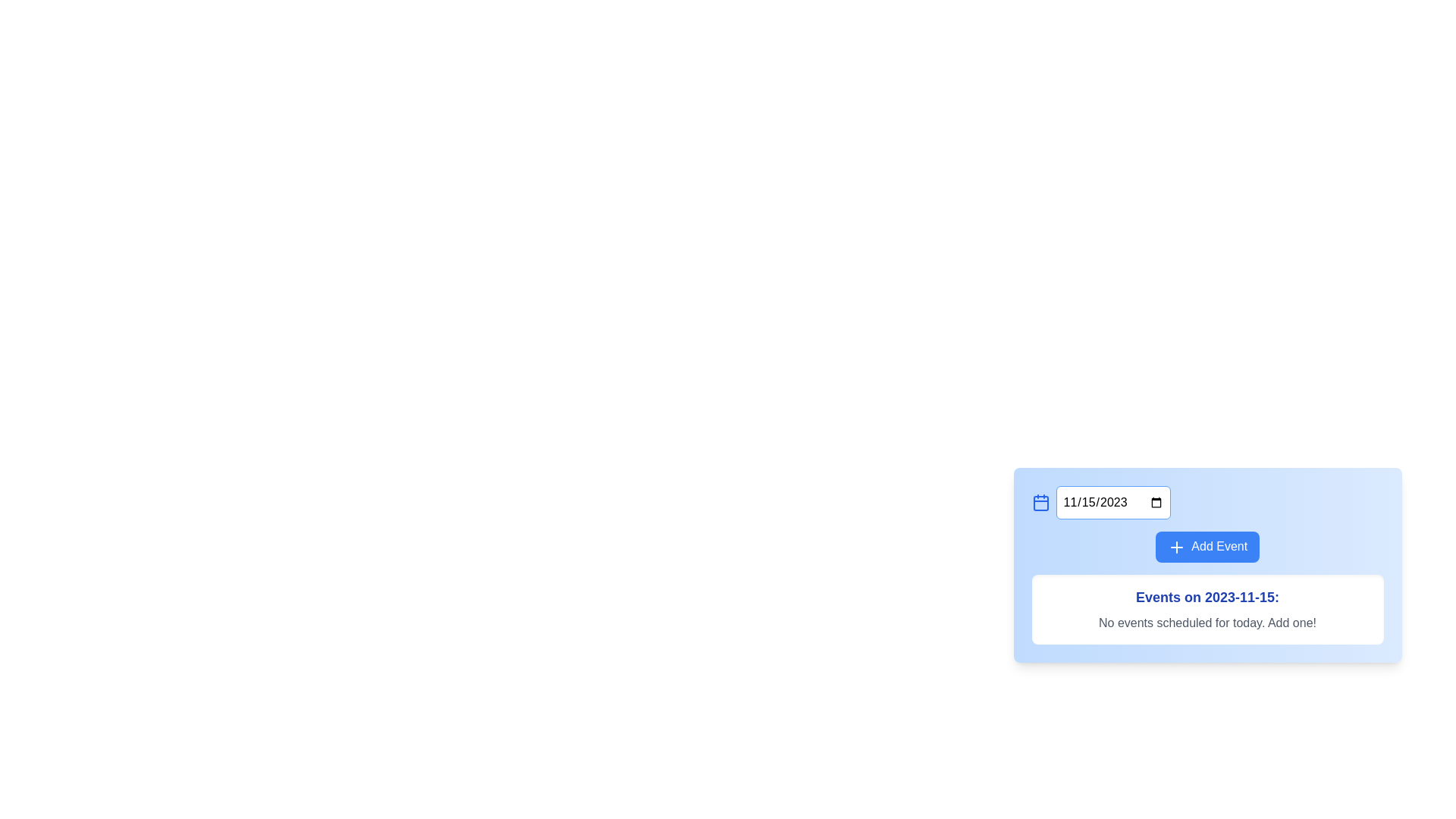 The height and width of the screenshot is (819, 1456). What do you see at coordinates (1040, 503) in the screenshot?
I see `the calendar icon located at the far left of the horizontal layout, which indicates date-related functionality` at bounding box center [1040, 503].